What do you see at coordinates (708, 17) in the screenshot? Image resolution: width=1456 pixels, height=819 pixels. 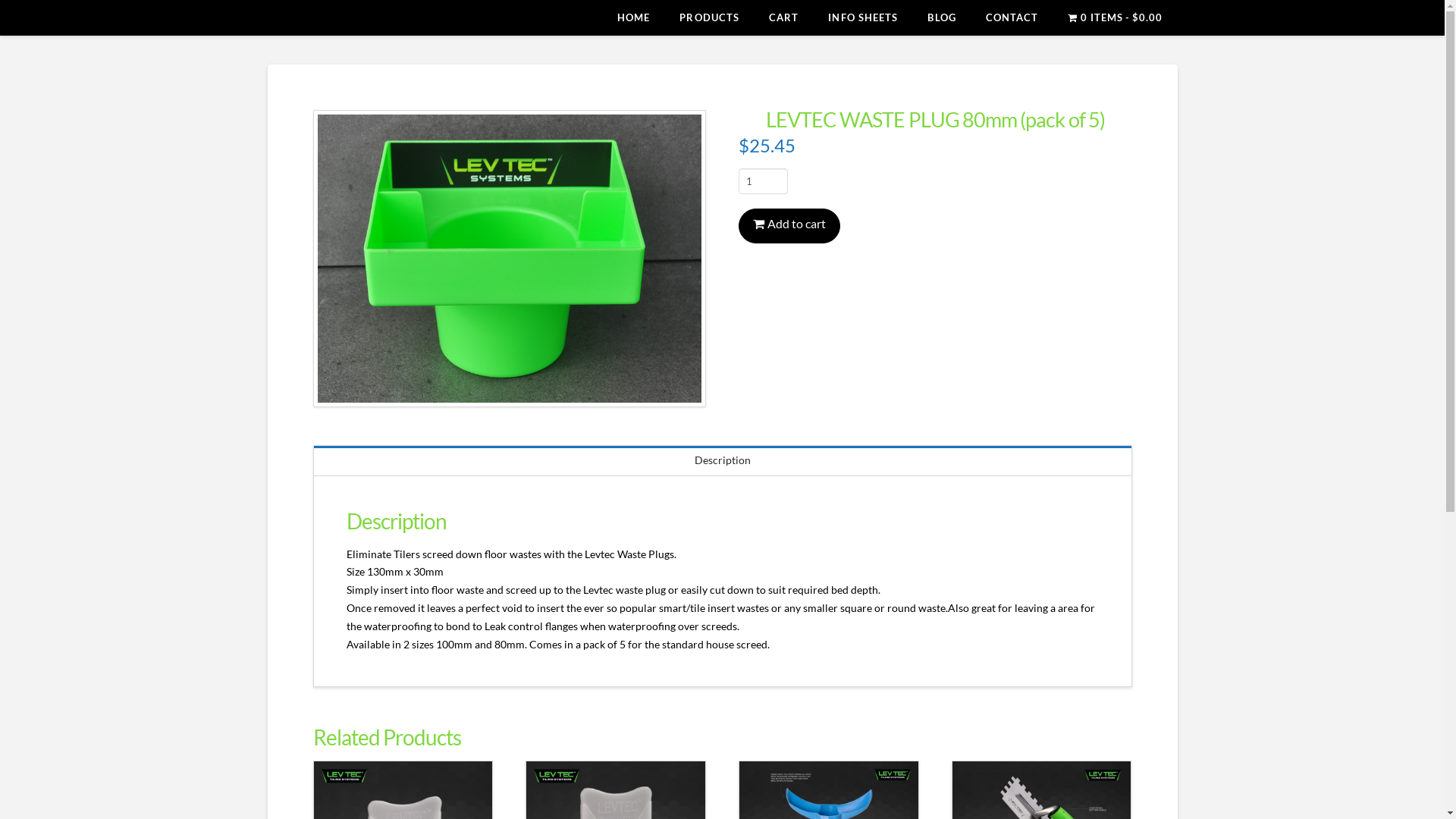 I see `'PRODUCTS'` at bounding box center [708, 17].